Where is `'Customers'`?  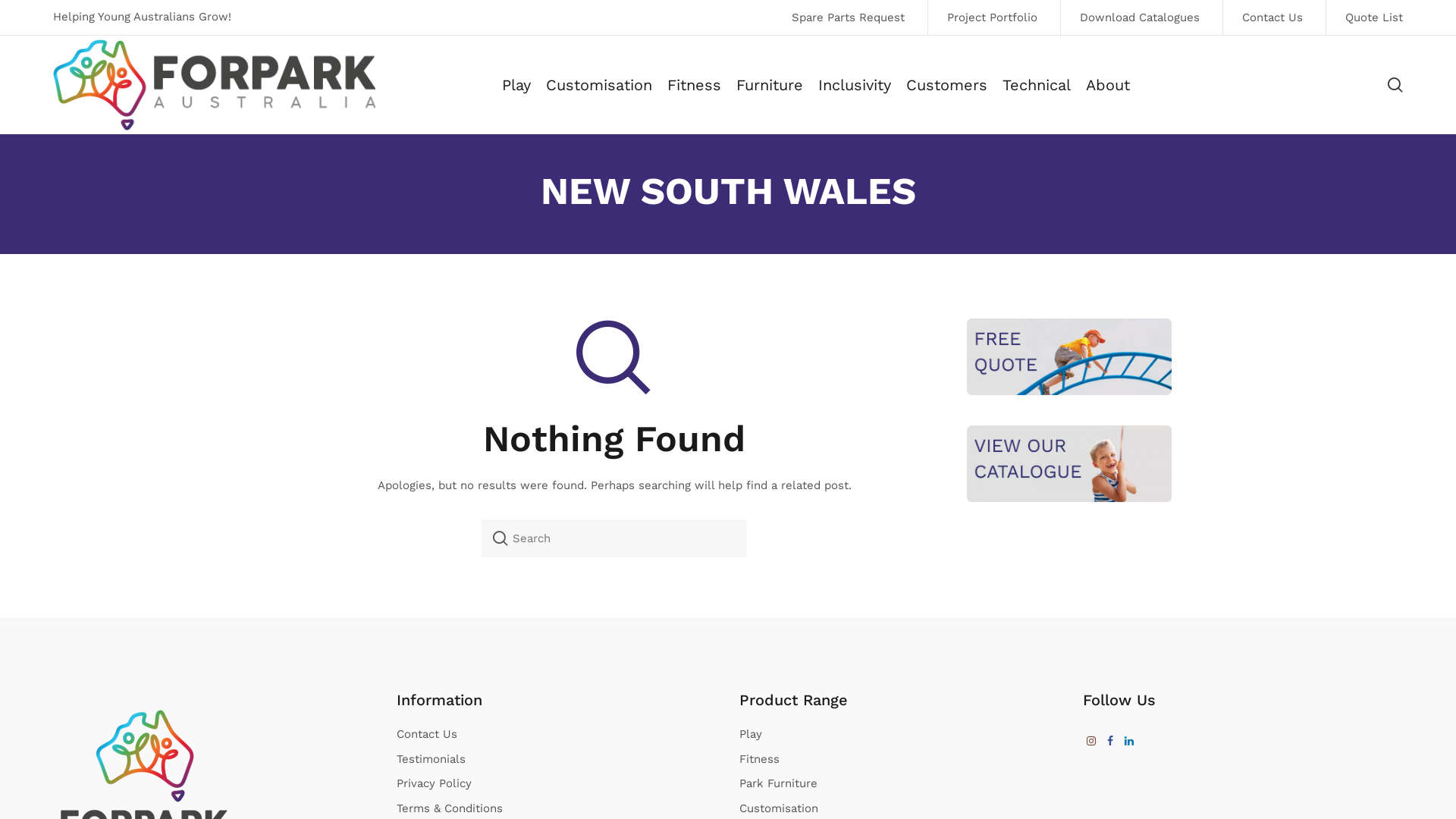
'Customers' is located at coordinates (946, 84).